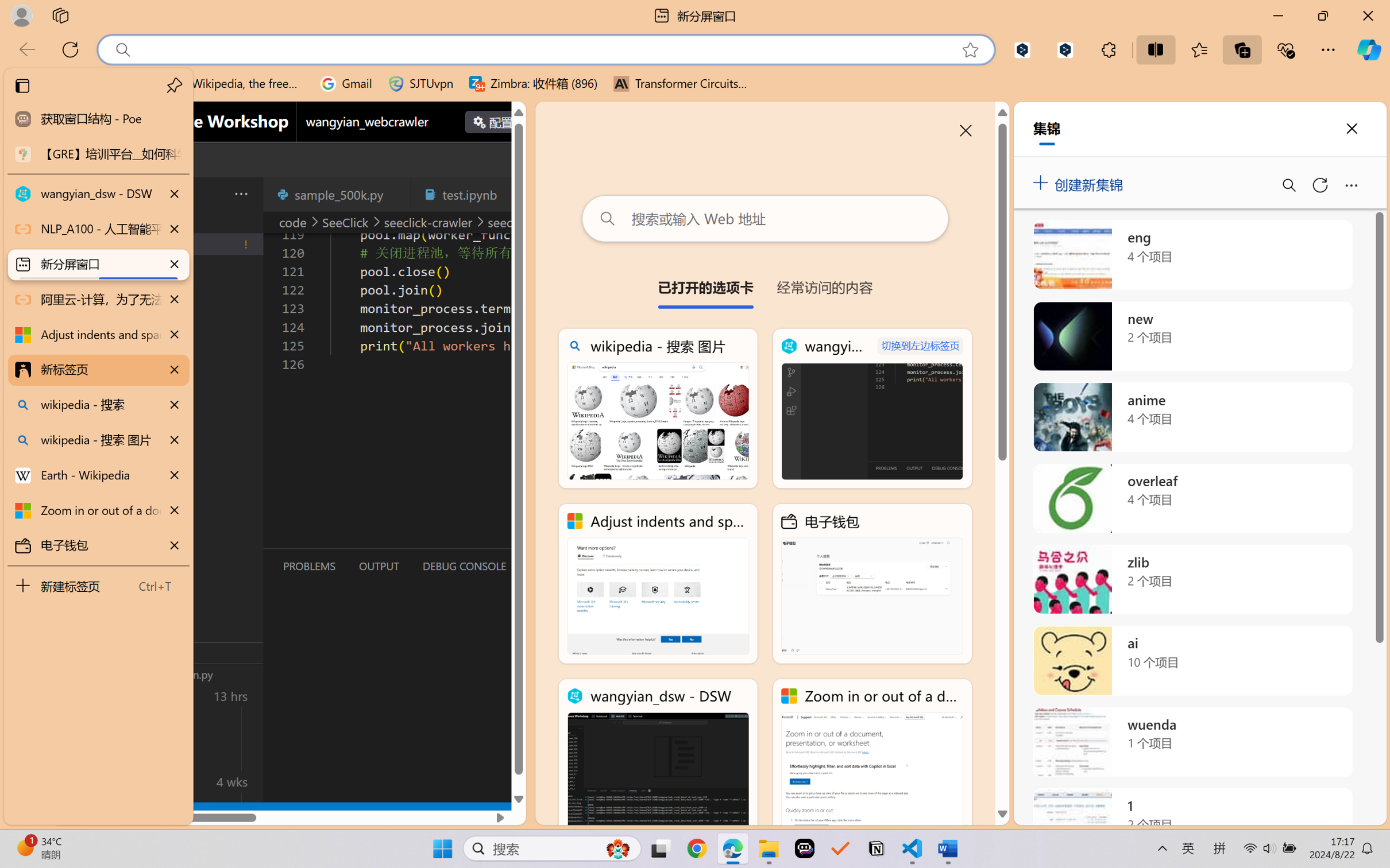  What do you see at coordinates (469, 193) in the screenshot?
I see `'test.ipynb'` at bounding box center [469, 193].